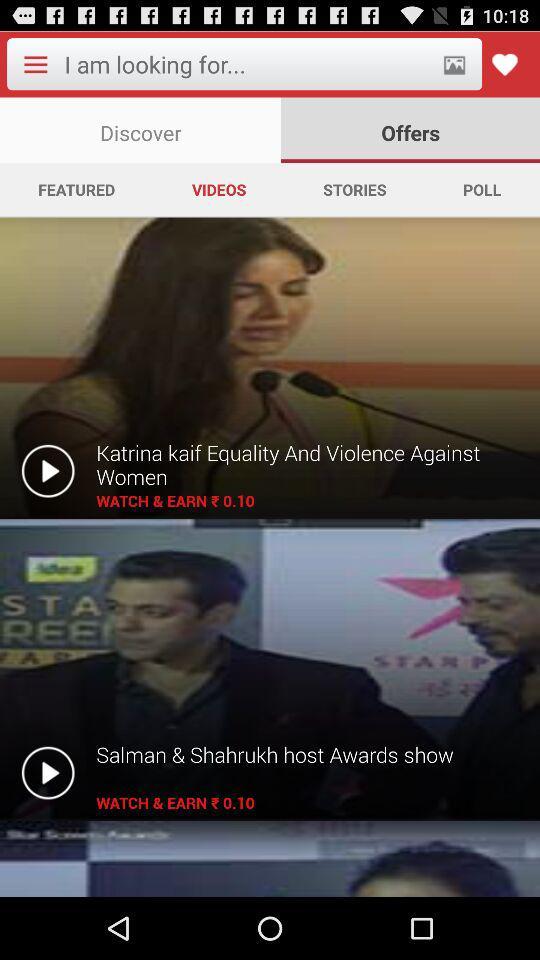 The width and height of the screenshot is (540, 960). I want to click on the app next to the stories app, so click(218, 189).